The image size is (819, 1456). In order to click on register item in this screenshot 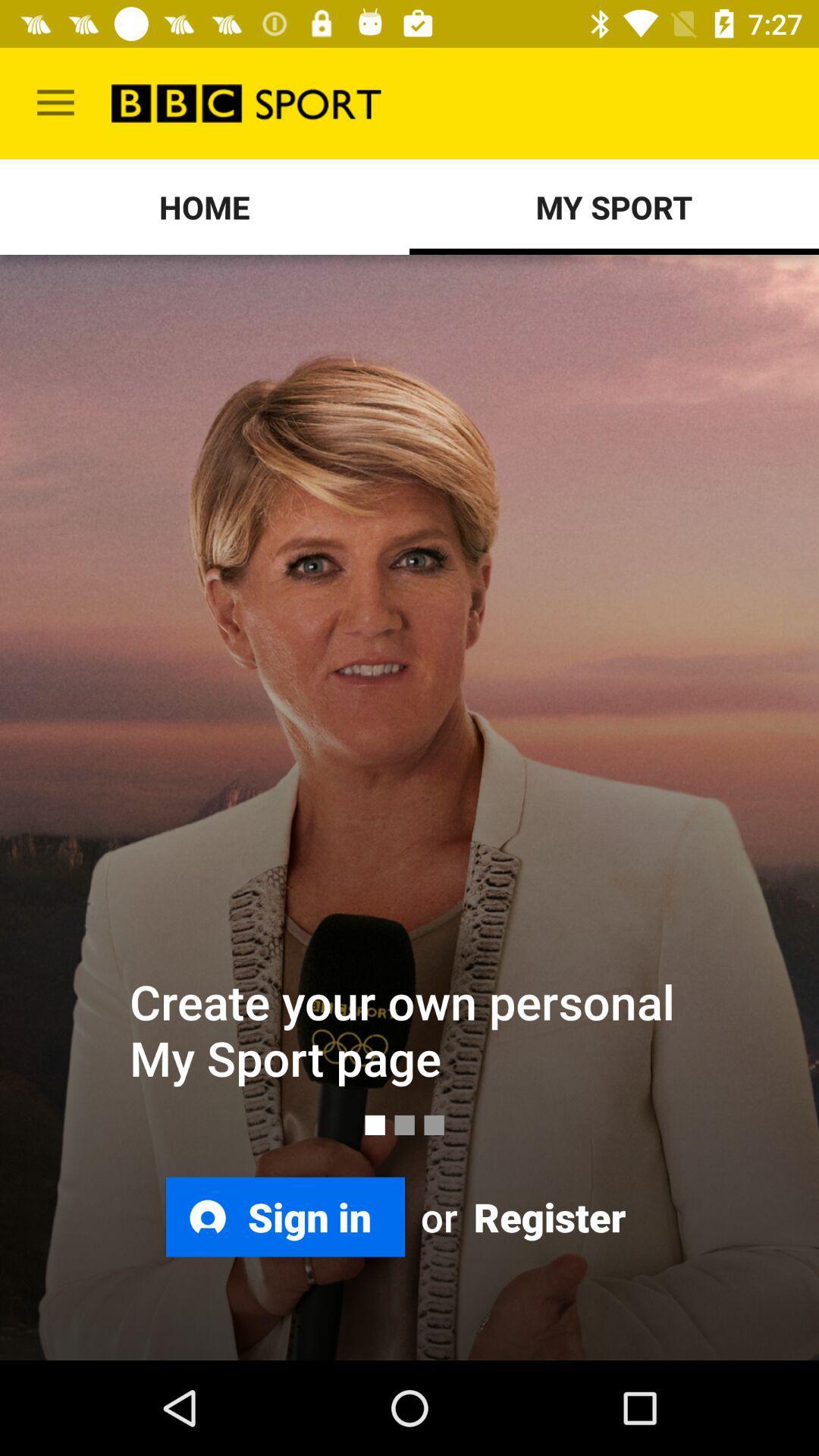, I will do `click(547, 1216)`.